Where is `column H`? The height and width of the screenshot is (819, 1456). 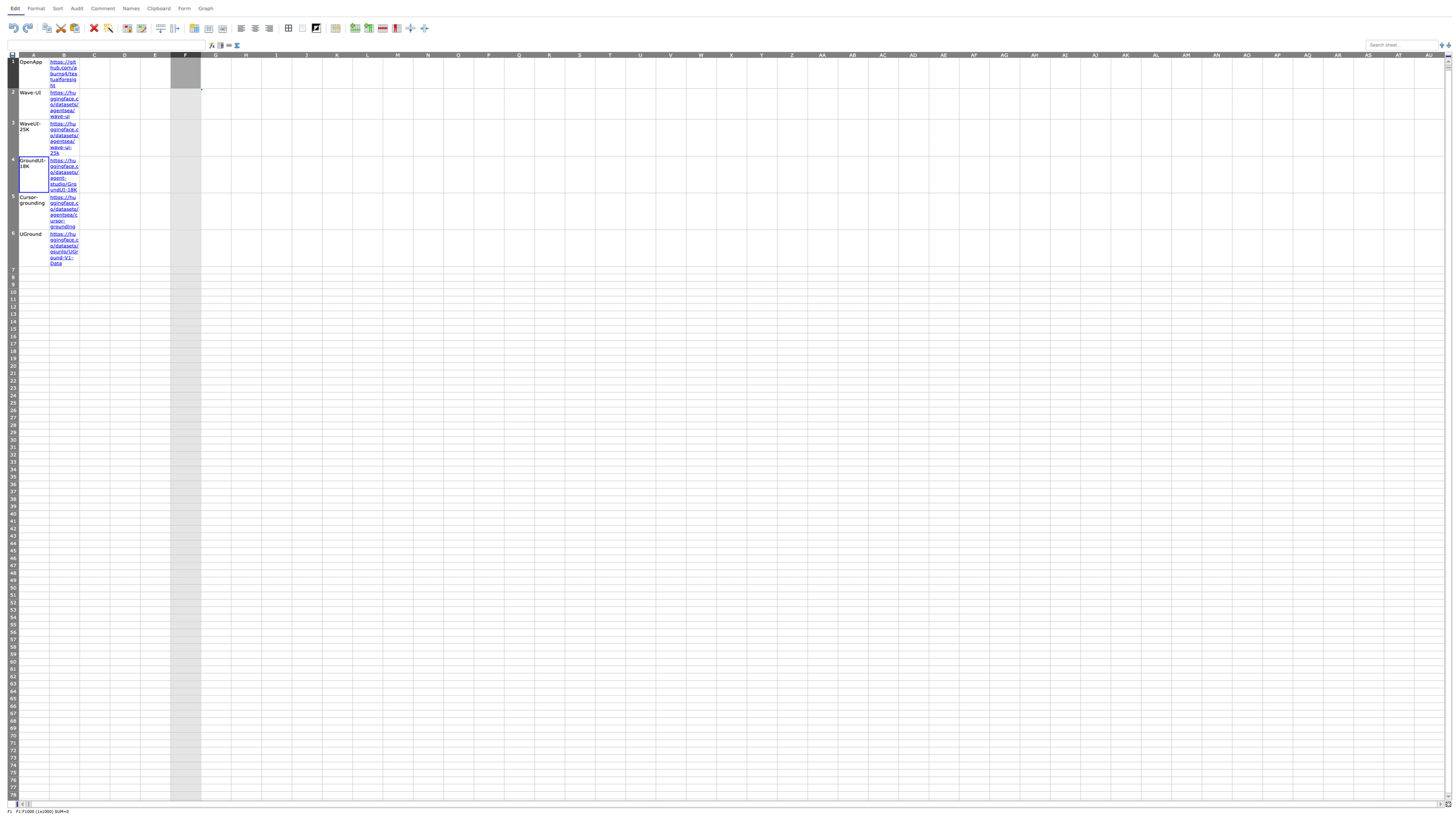
column H is located at coordinates (246, 54).